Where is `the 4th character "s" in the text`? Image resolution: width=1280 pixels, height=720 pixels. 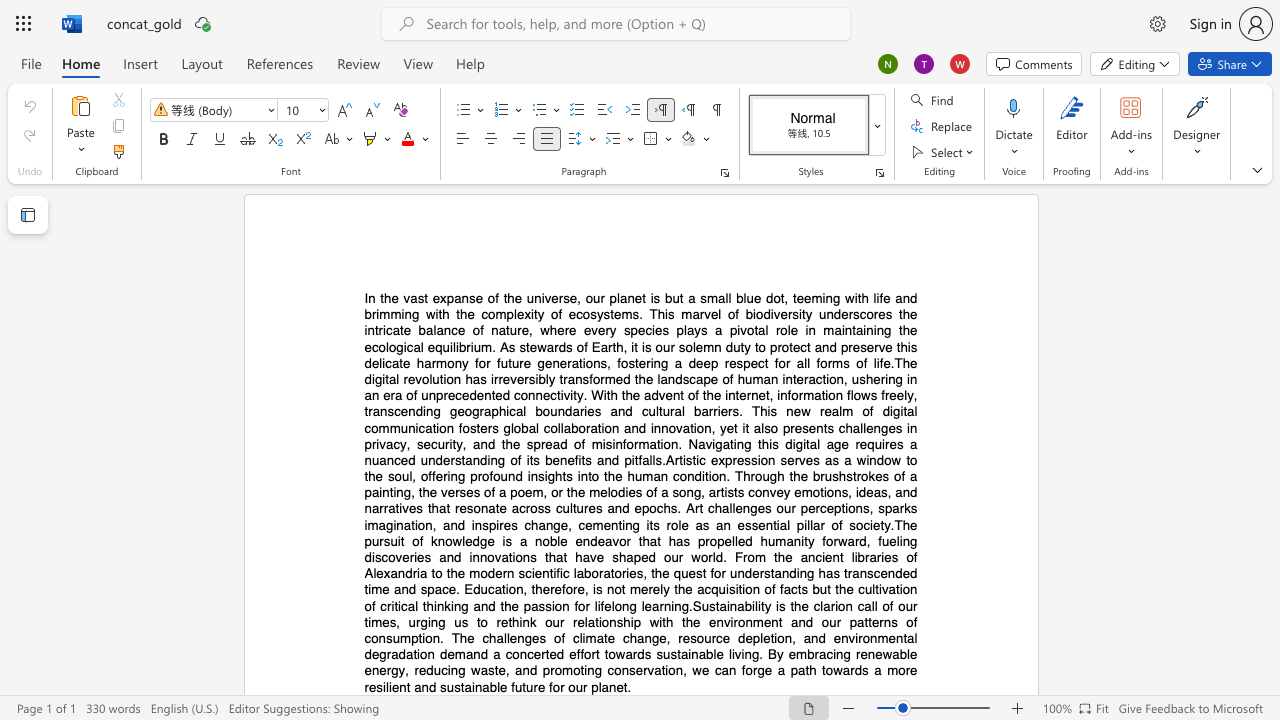 the 4th character "s" in the text is located at coordinates (619, 621).